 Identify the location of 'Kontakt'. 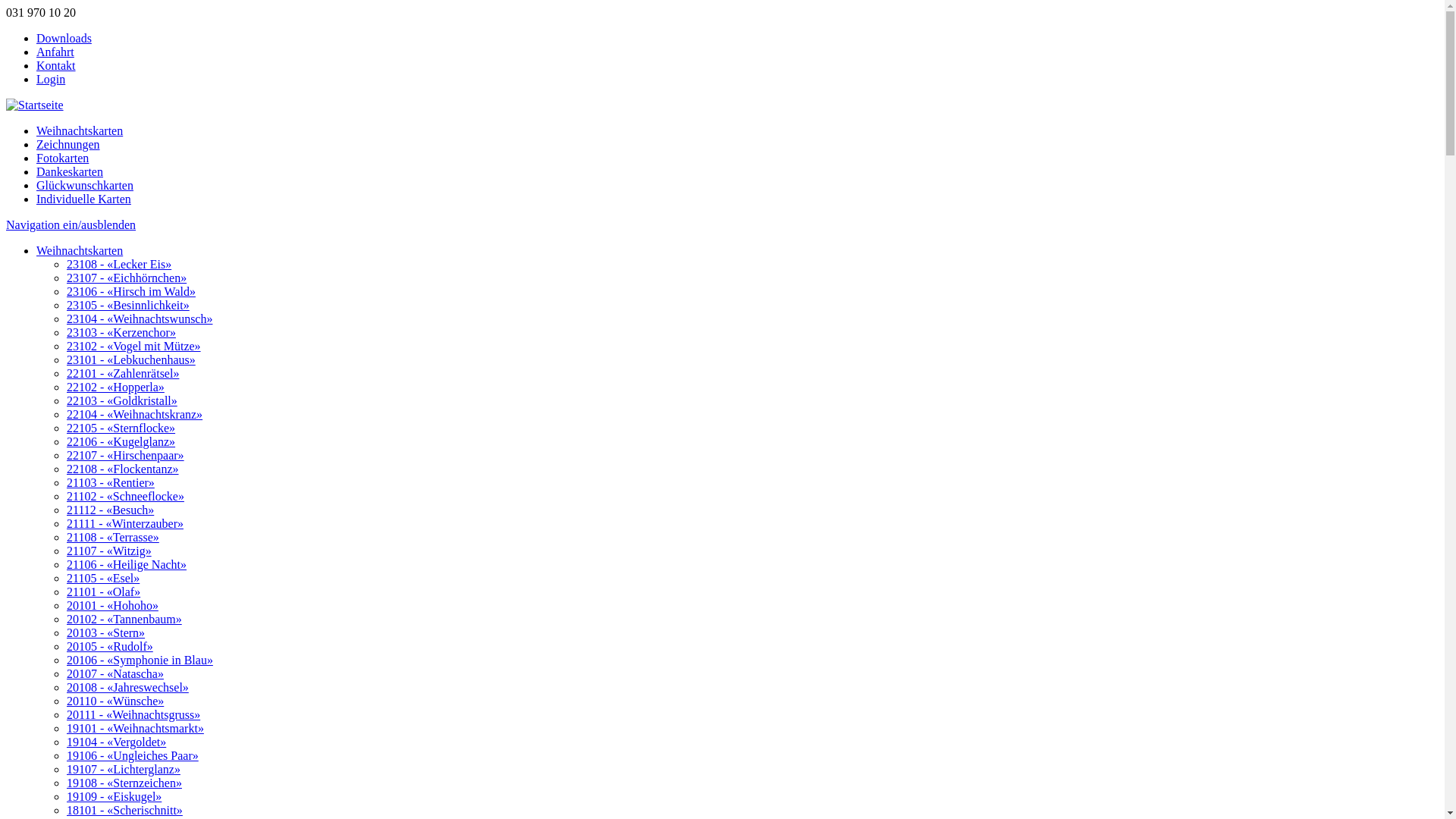
(36, 64).